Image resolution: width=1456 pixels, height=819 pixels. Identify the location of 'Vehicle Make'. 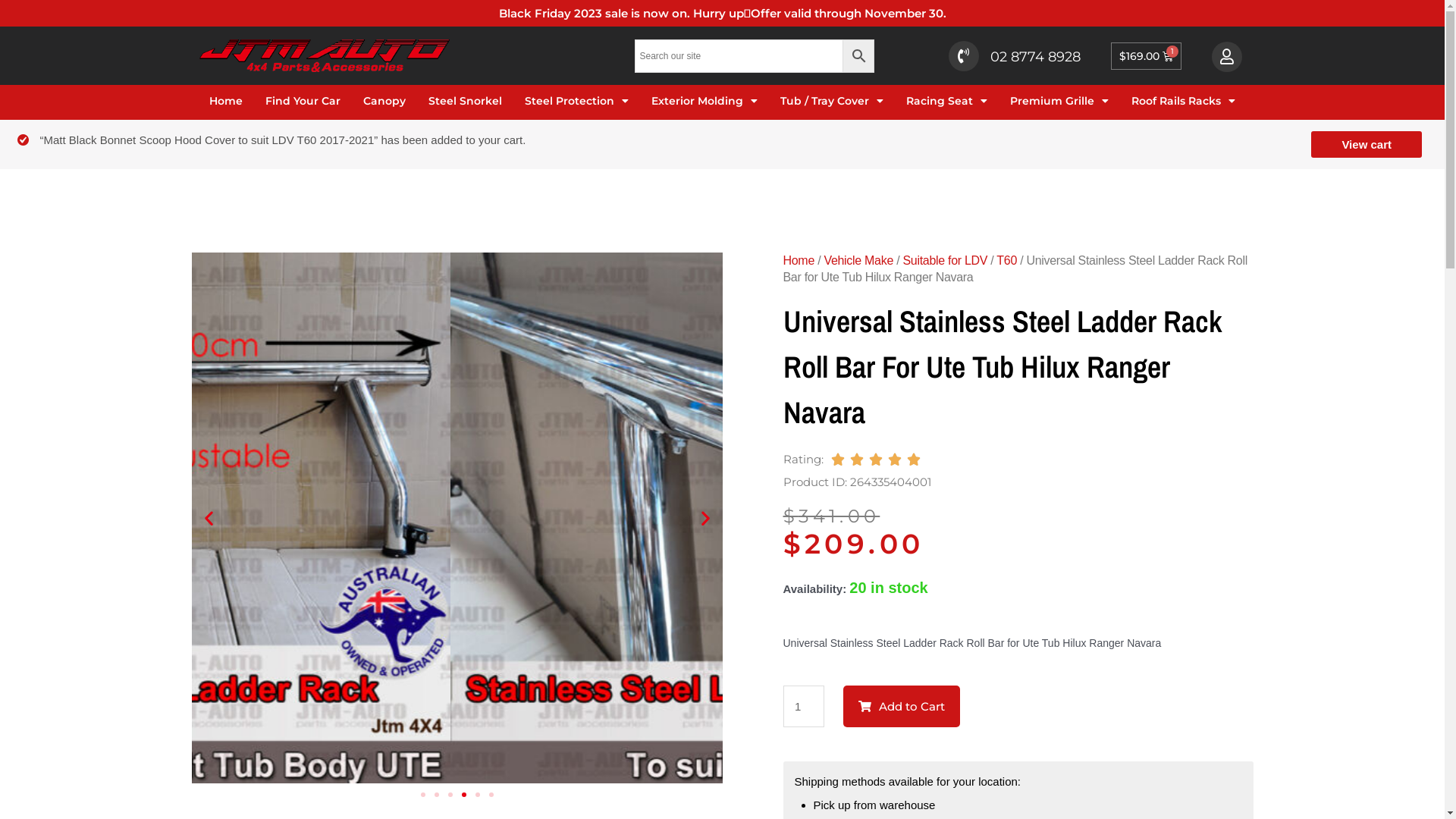
(822, 259).